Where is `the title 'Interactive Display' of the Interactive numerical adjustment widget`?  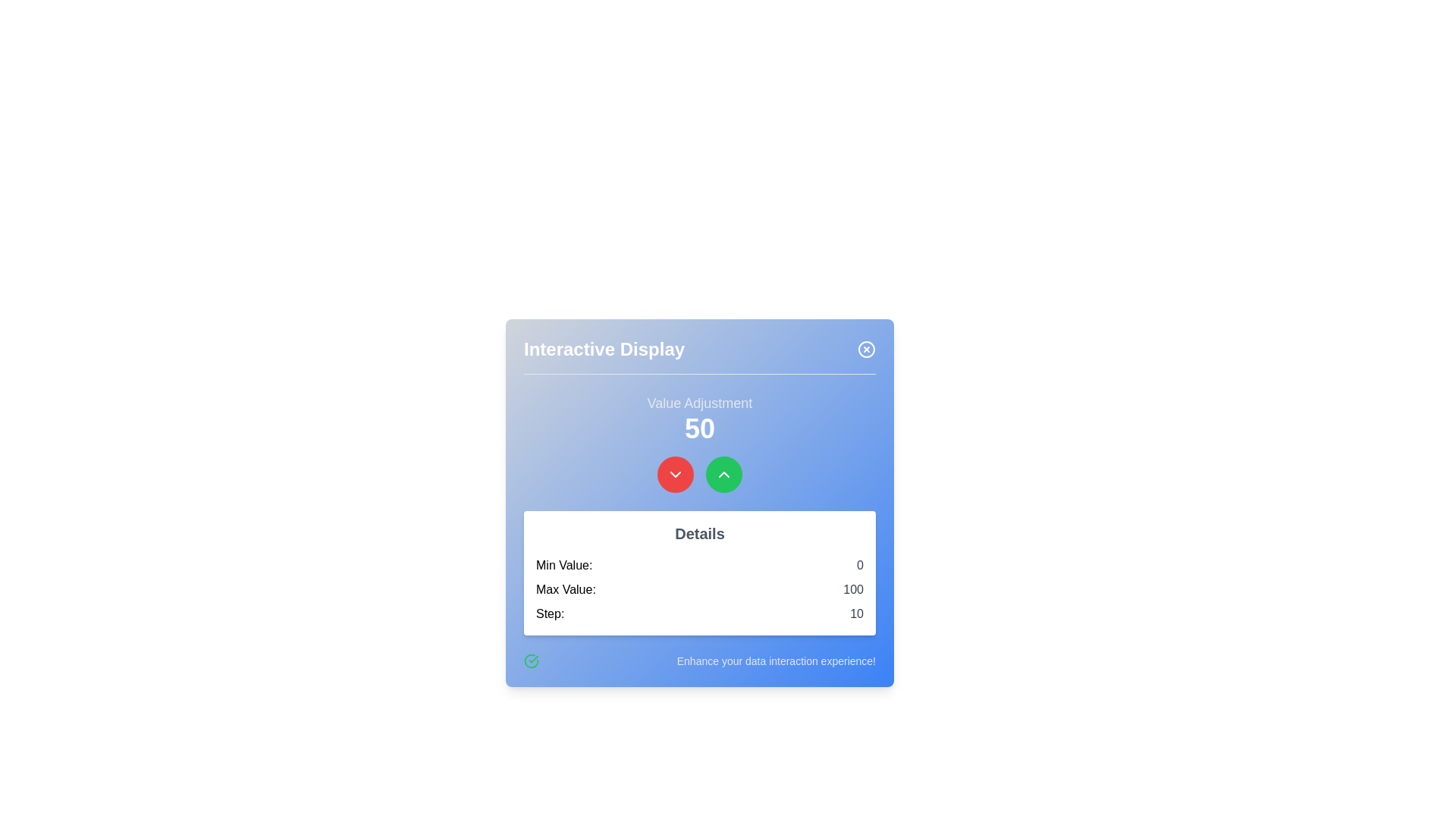 the title 'Interactive Display' of the Interactive numerical adjustment widget is located at coordinates (698, 503).